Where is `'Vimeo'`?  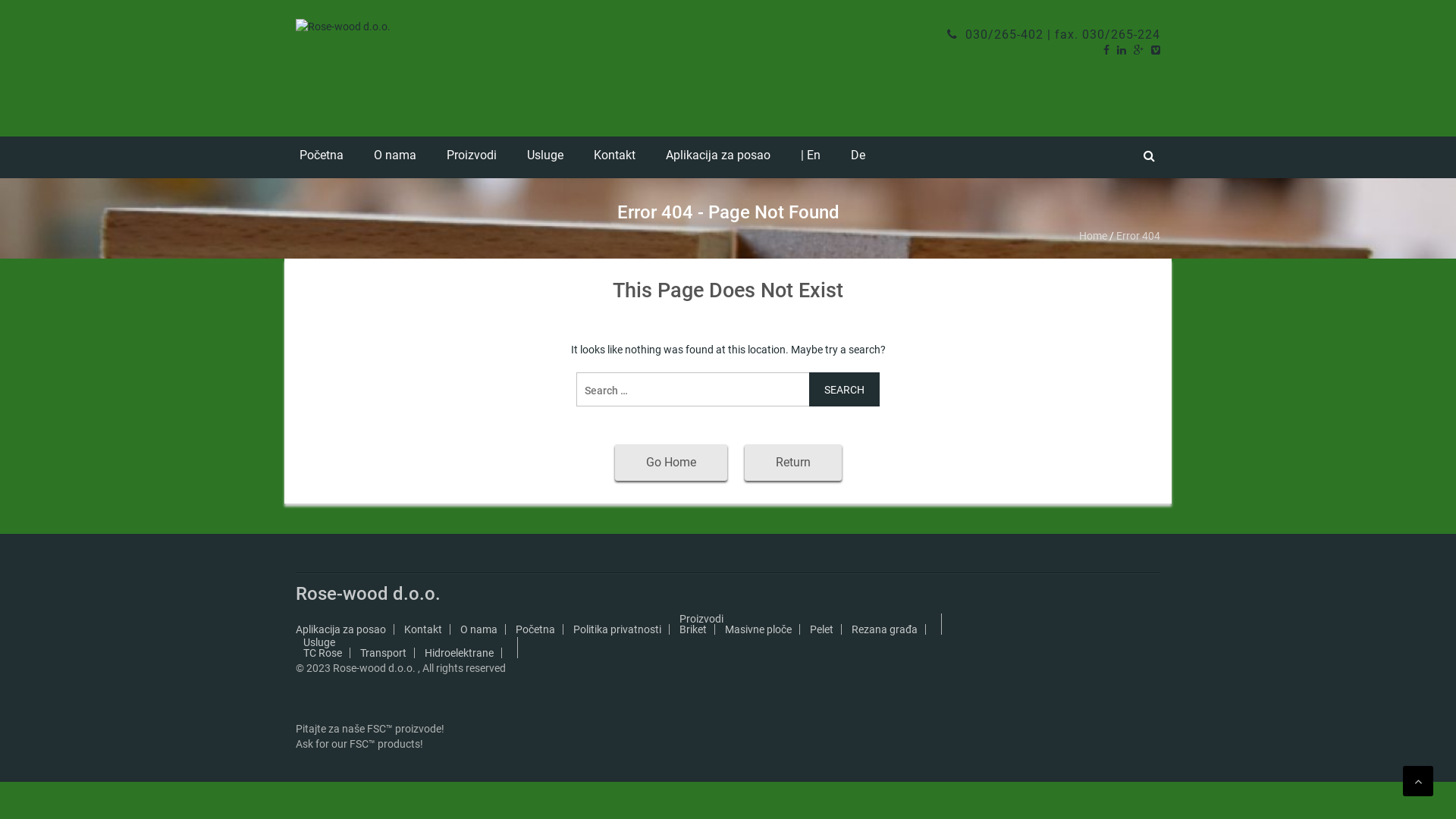 'Vimeo' is located at coordinates (1154, 49).